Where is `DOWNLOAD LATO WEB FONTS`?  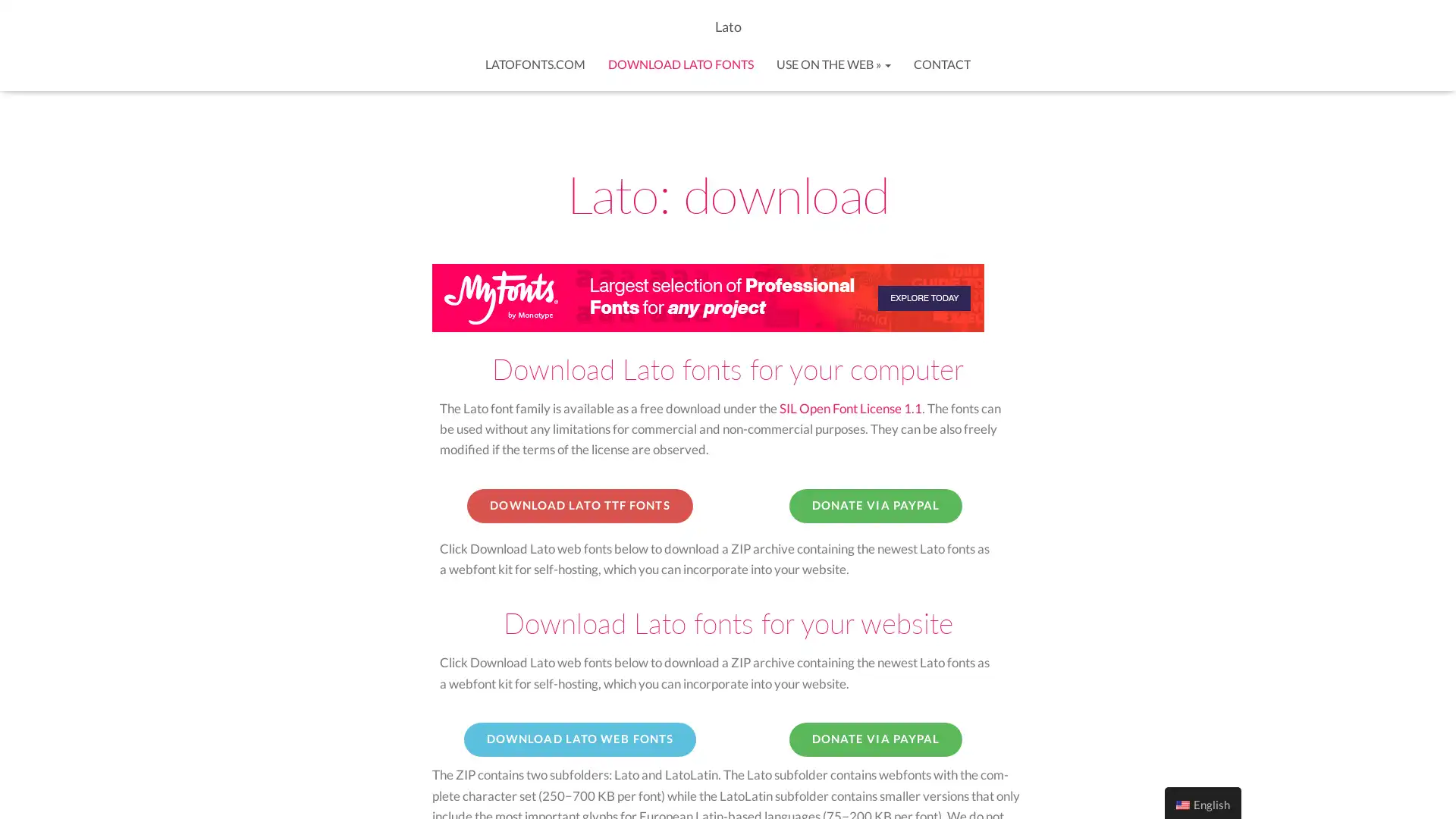
DOWNLOAD LATO WEB FONTS is located at coordinates (579, 739).